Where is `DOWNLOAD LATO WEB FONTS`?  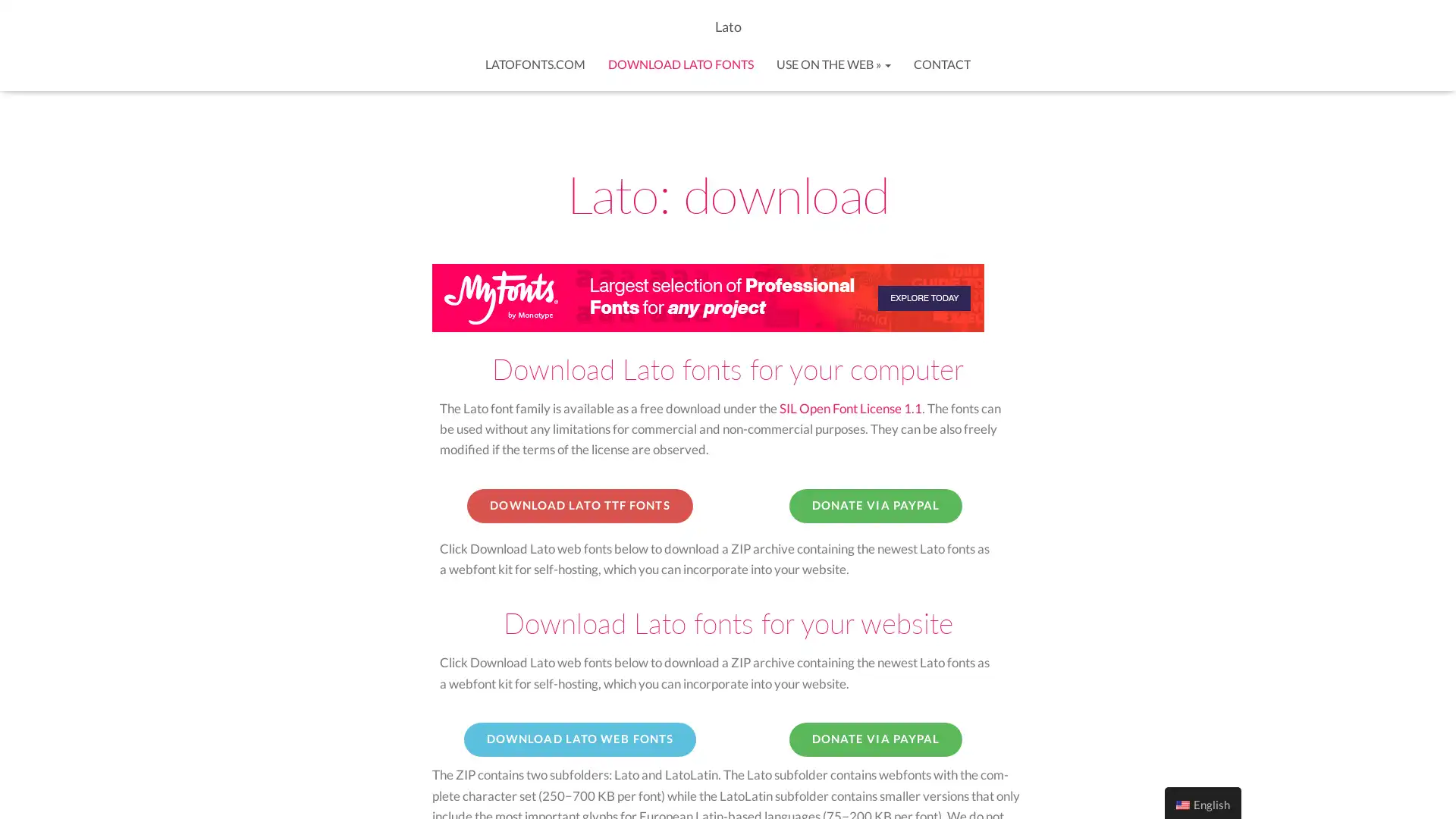
DOWNLOAD LATO WEB FONTS is located at coordinates (579, 739).